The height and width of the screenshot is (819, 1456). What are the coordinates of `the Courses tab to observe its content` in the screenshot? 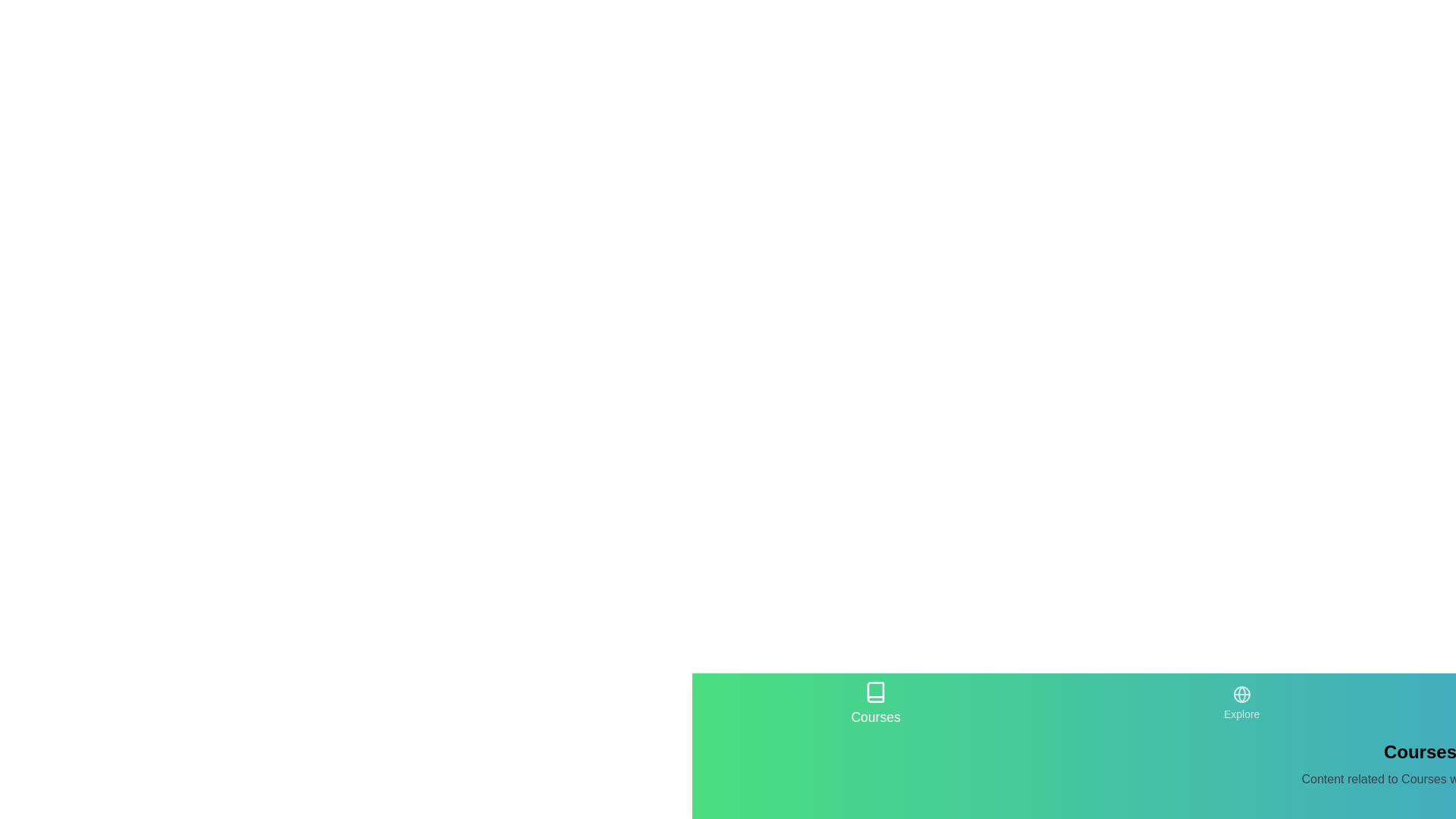 It's located at (876, 704).